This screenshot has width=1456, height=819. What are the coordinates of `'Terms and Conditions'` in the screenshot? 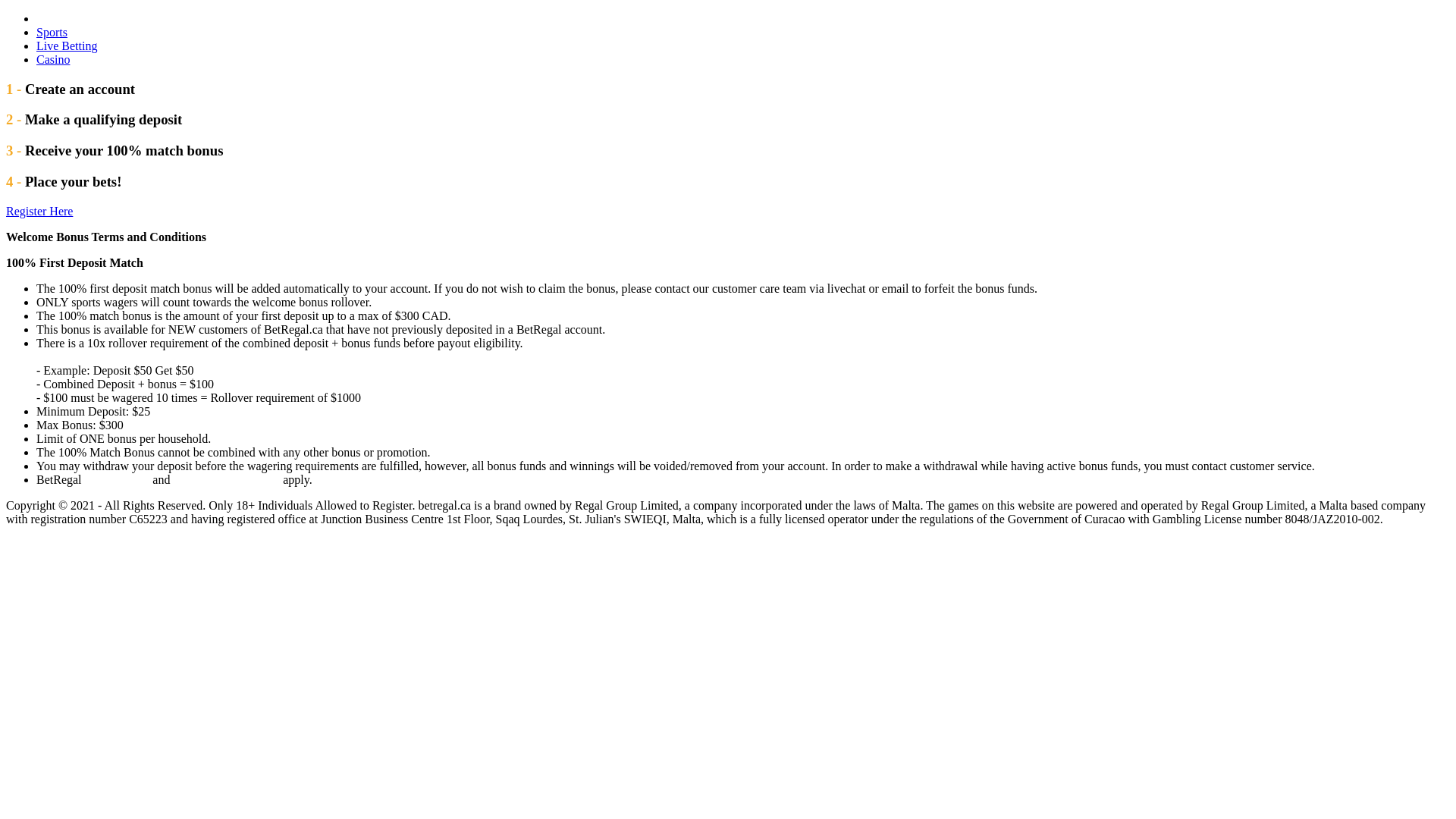 It's located at (225, 479).